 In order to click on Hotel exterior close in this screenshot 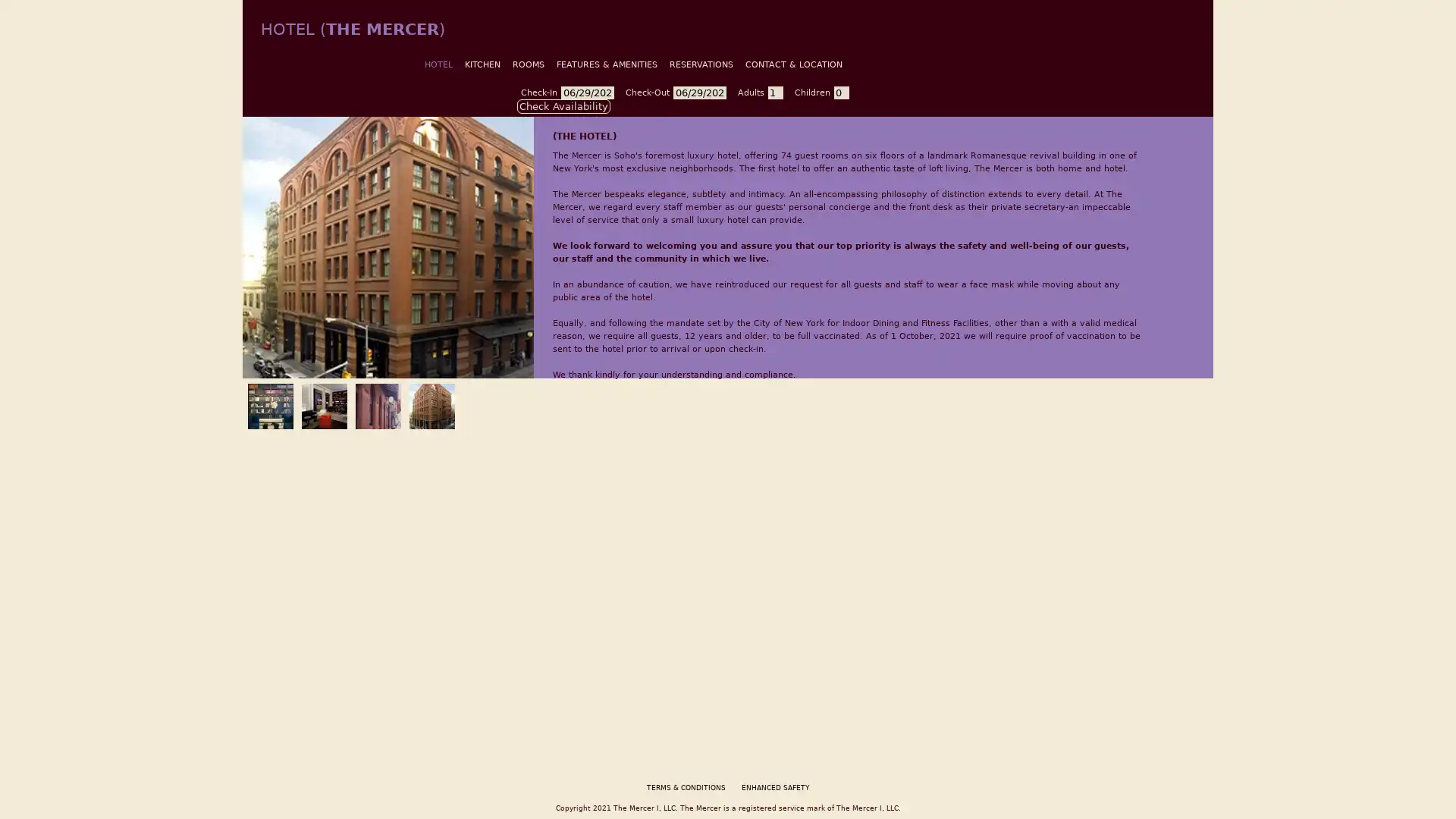, I will do `click(375, 403)`.